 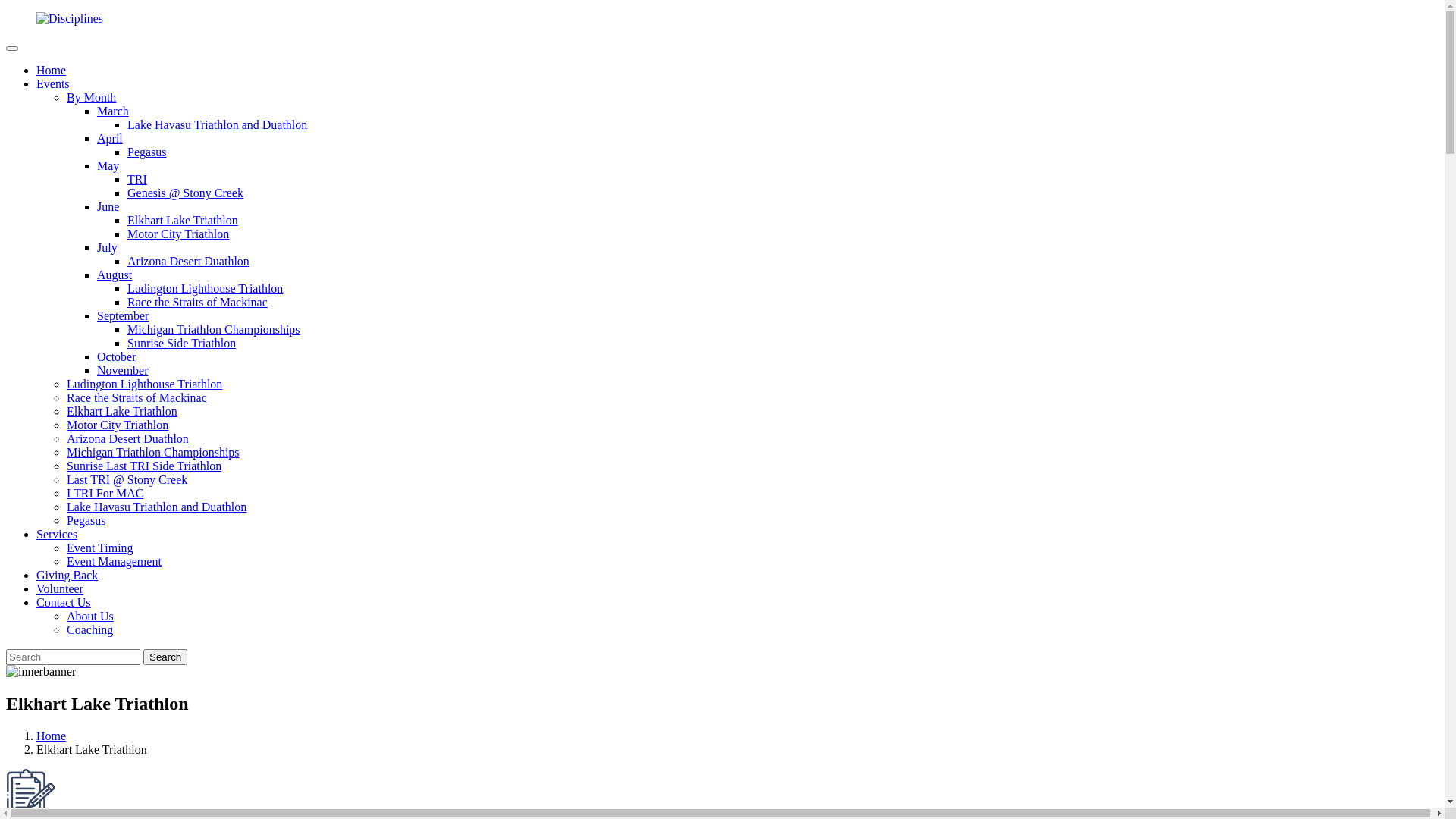 What do you see at coordinates (66, 575) in the screenshot?
I see `'Giving Back'` at bounding box center [66, 575].